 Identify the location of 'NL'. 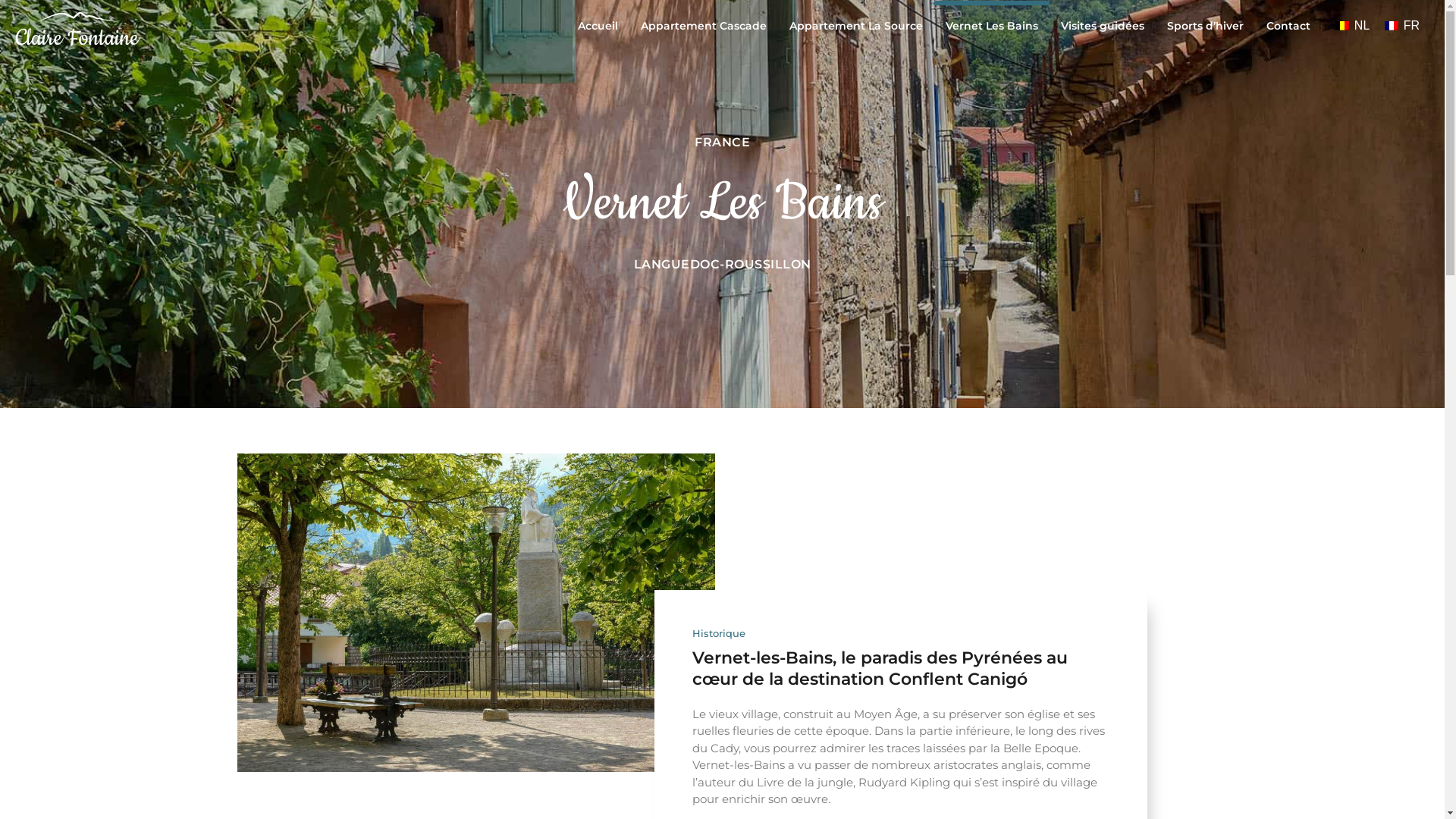
(1352, 26).